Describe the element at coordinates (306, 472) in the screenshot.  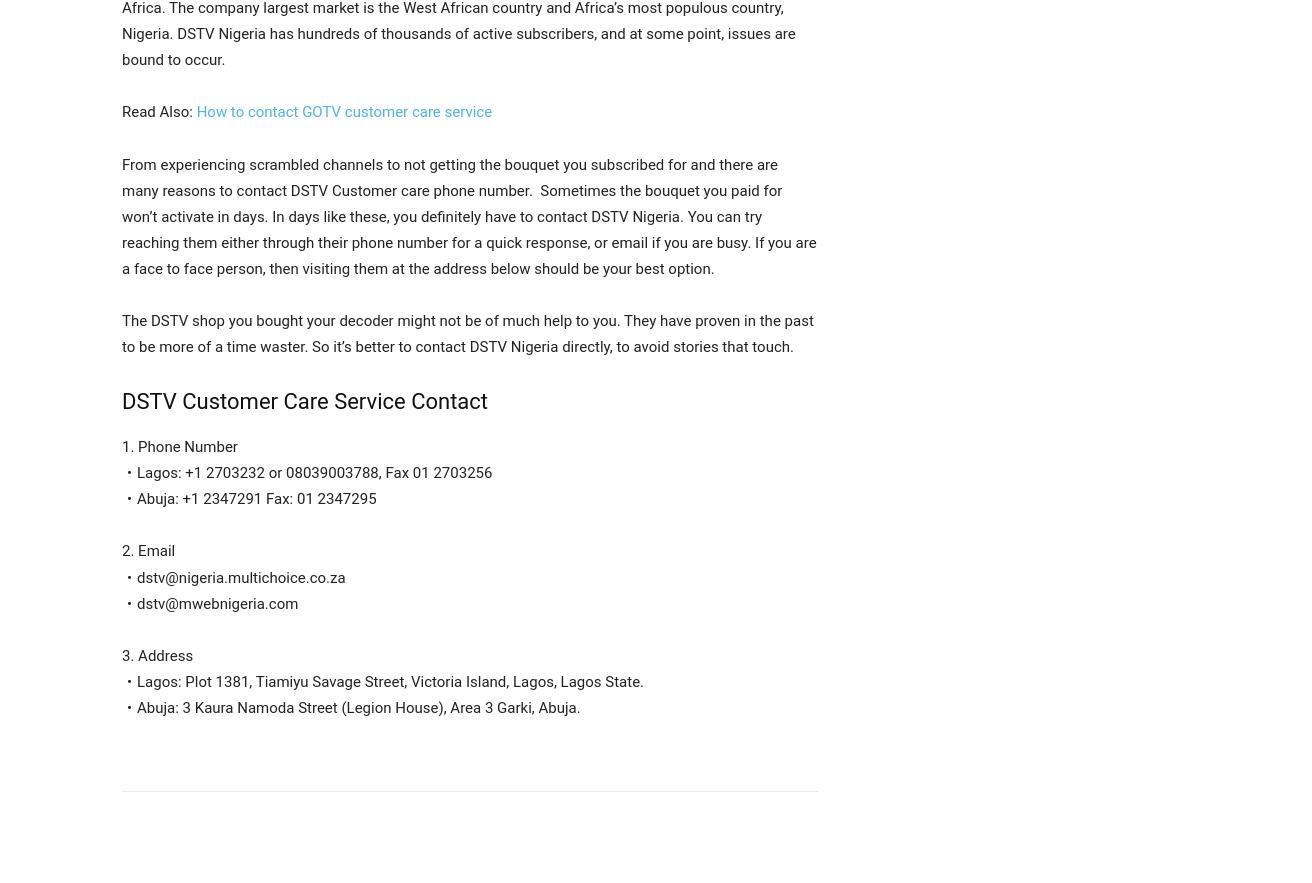
I see `'・Lagos: +1 2703232 or 08039003788, Fax 01 2703256'` at that location.